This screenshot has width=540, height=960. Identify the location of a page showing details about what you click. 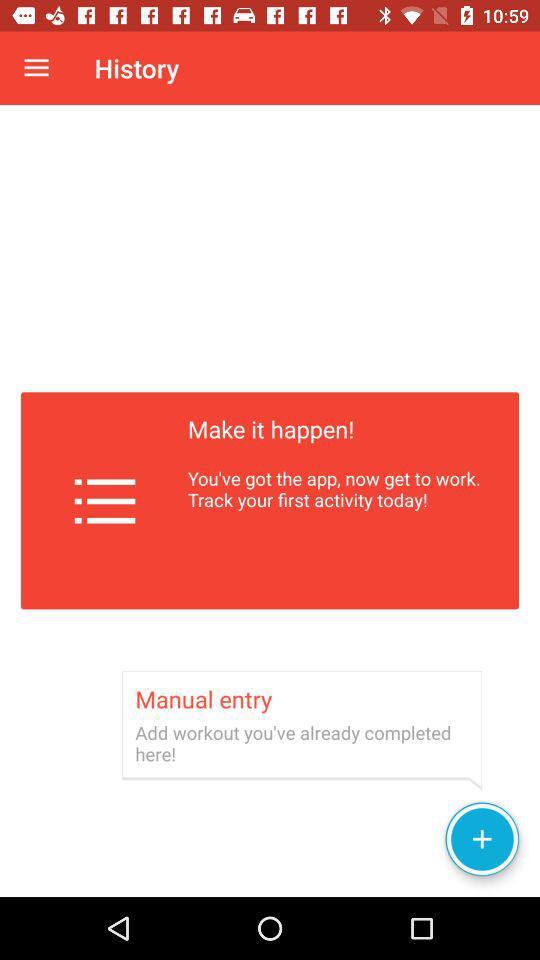
(270, 500).